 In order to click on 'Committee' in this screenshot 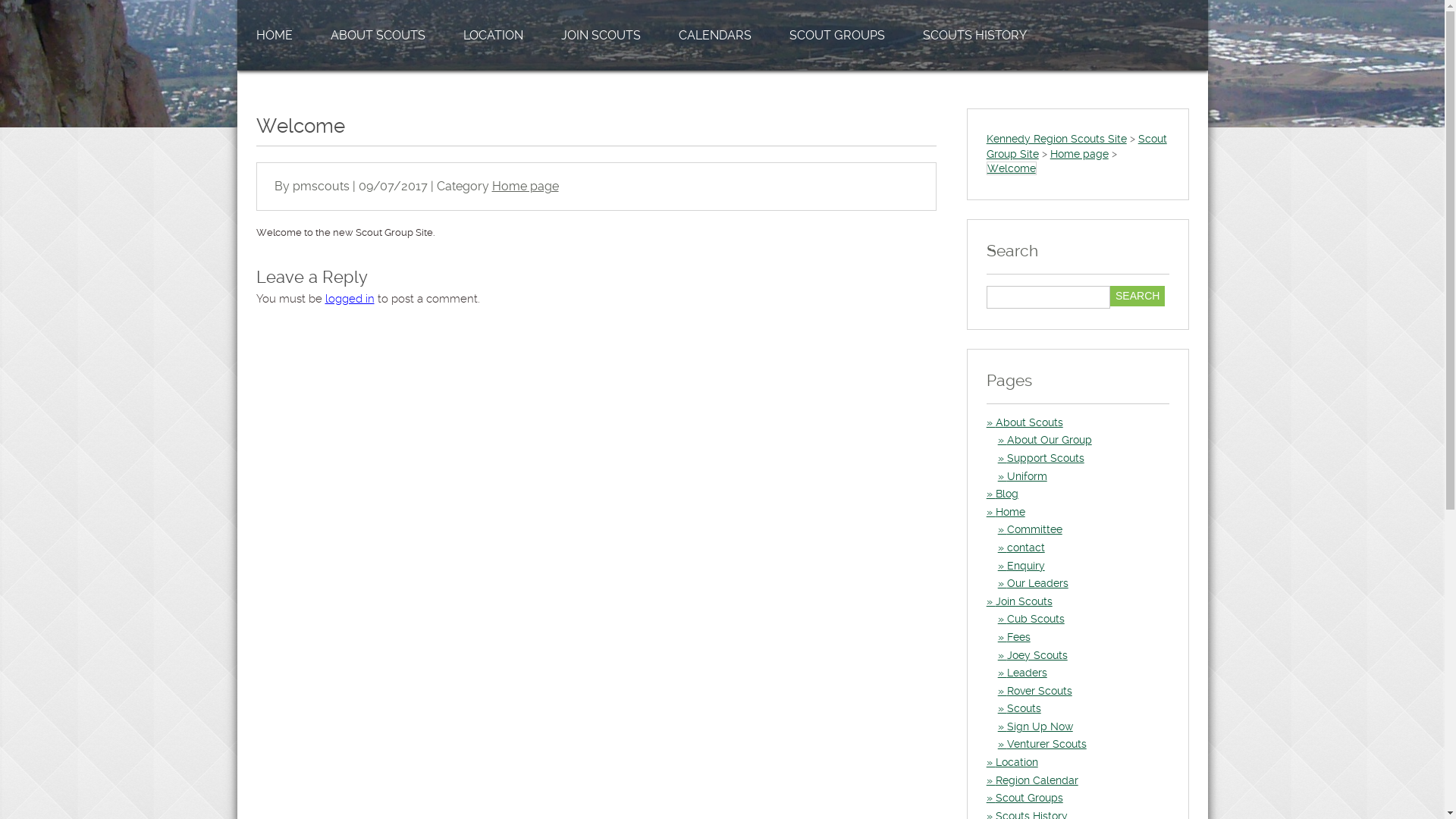, I will do `click(1030, 529)`.